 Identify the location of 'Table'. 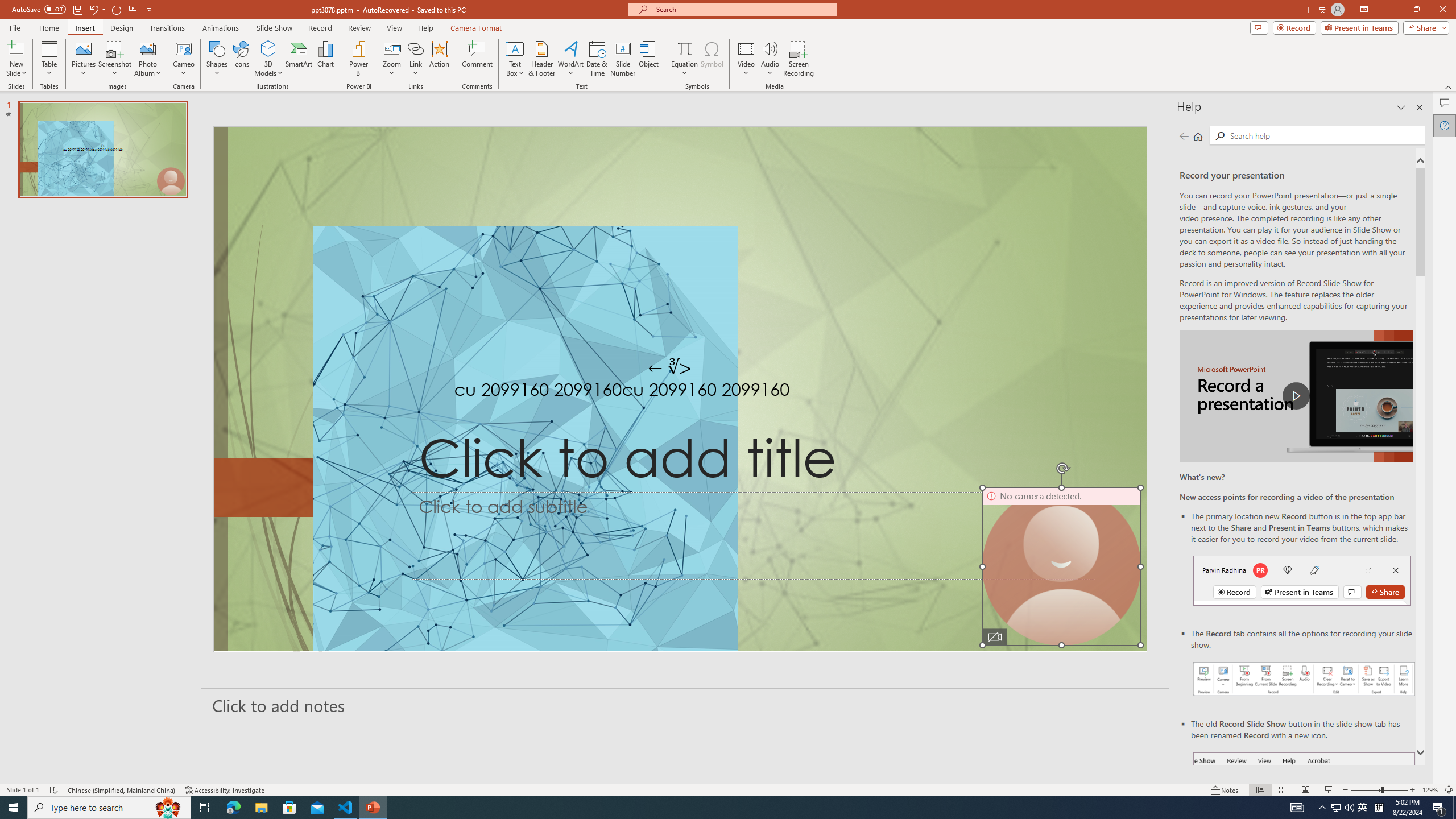
(49, 59).